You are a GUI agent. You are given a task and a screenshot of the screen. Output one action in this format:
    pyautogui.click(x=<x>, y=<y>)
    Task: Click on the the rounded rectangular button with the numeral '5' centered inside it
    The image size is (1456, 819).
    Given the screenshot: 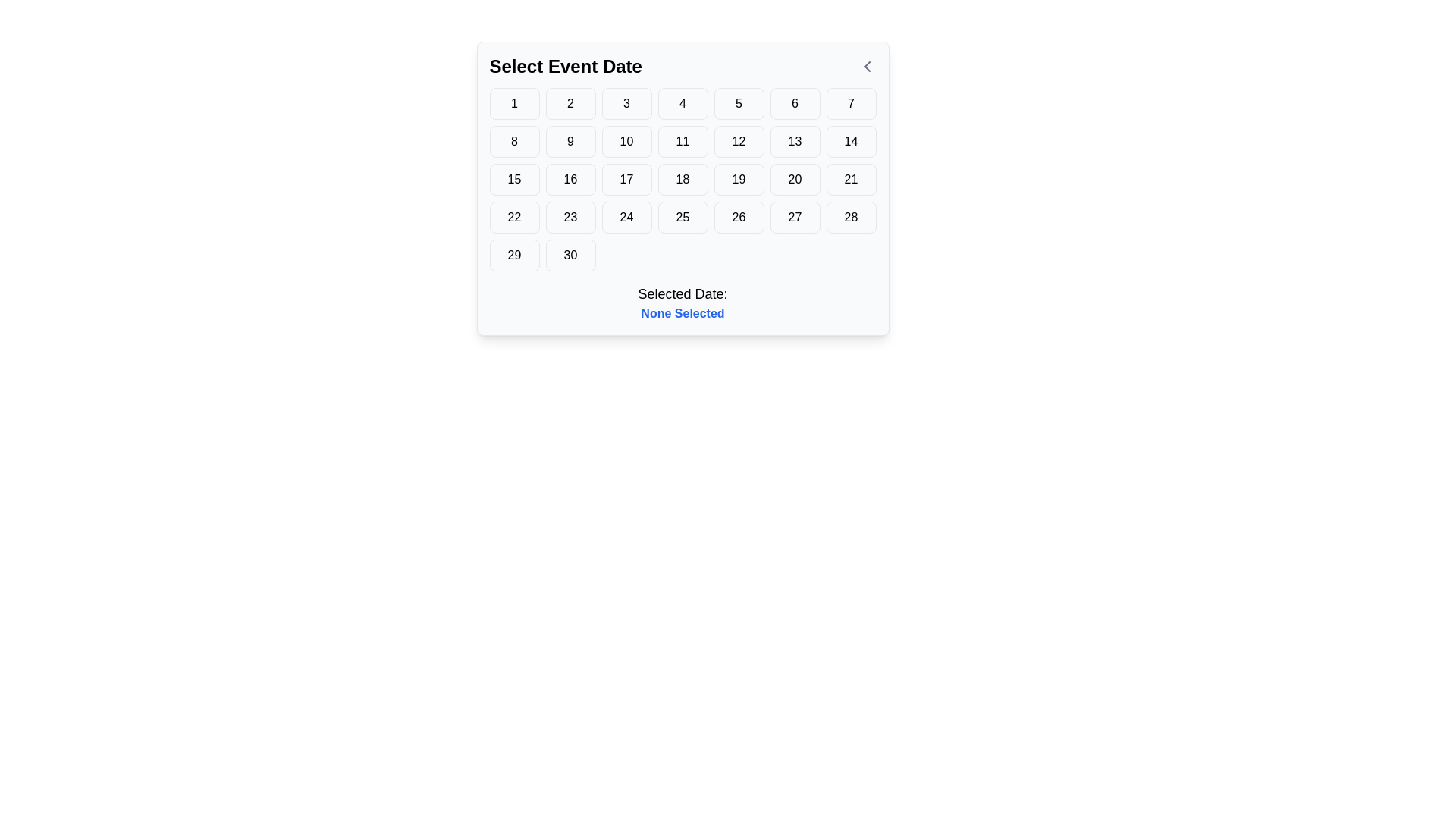 What is the action you would take?
    pyautogui.click(x=739, y=103)
    